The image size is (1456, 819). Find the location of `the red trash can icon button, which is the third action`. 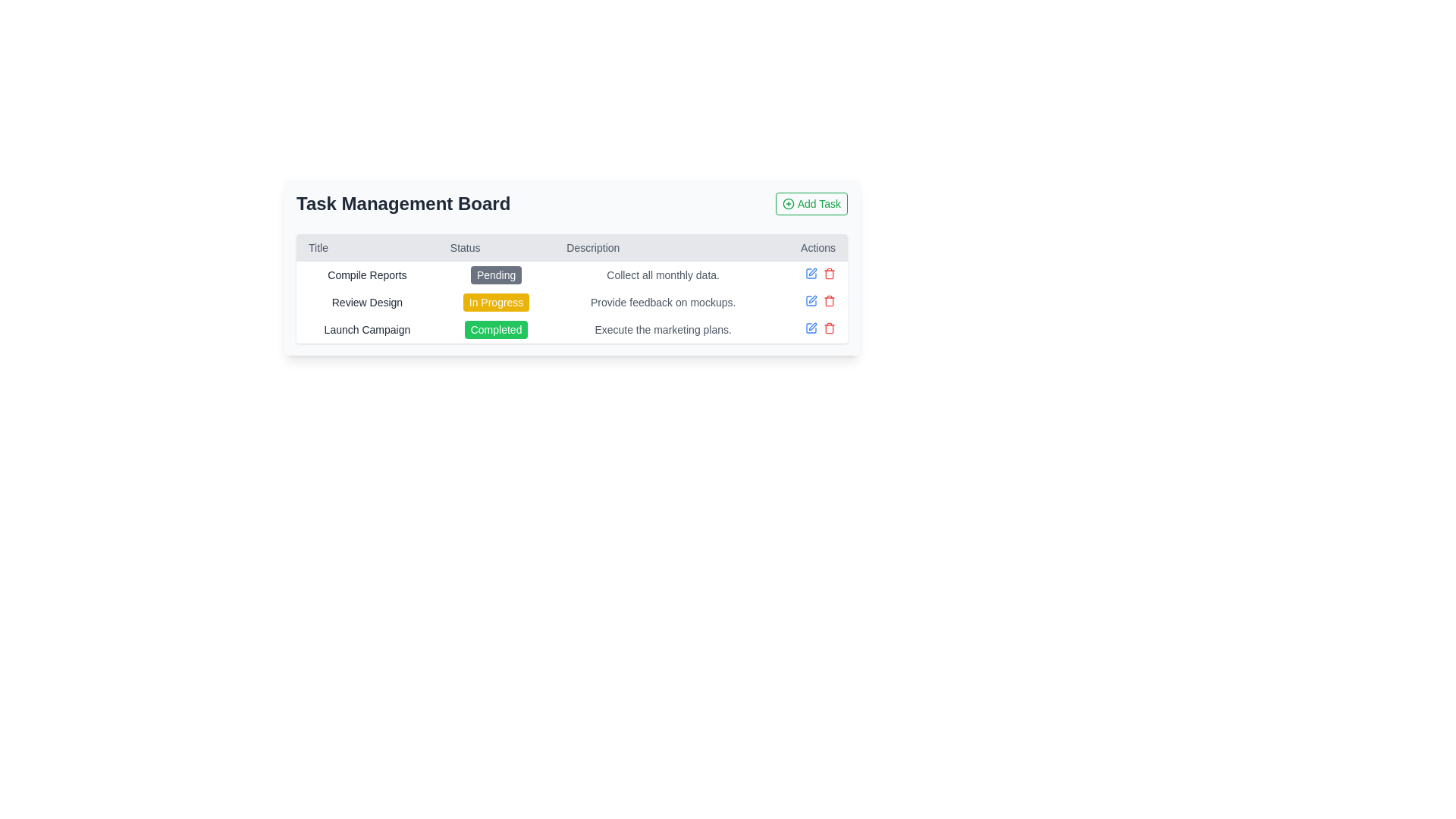

the red trash can icon button, which is the third action is located at coordinates (829, 327).